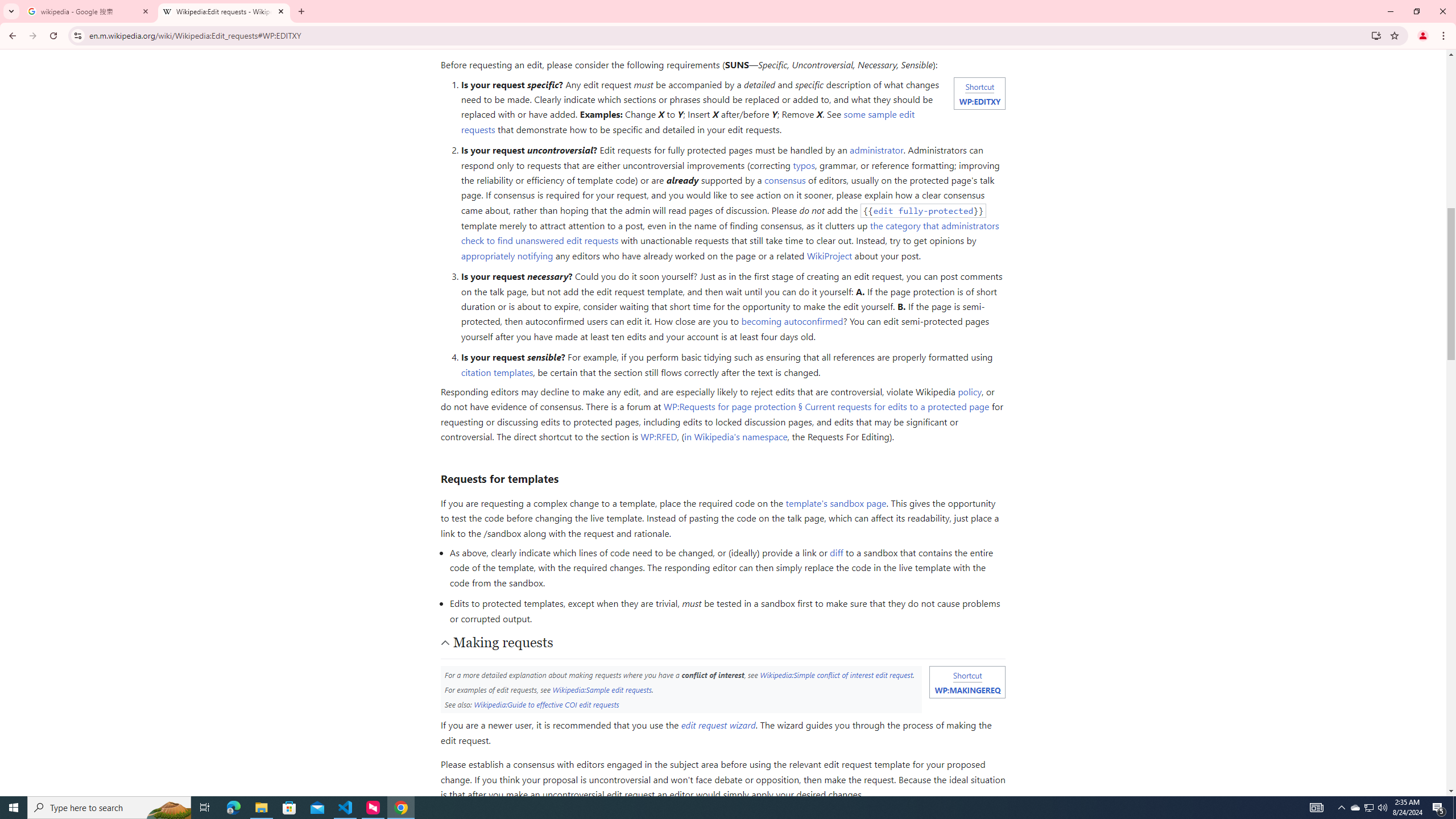 The image size is (1456, 819). Describe the element at coordinates (791, 321) in the screenshot. I see `'becoming autoconfirmed'` at that location.